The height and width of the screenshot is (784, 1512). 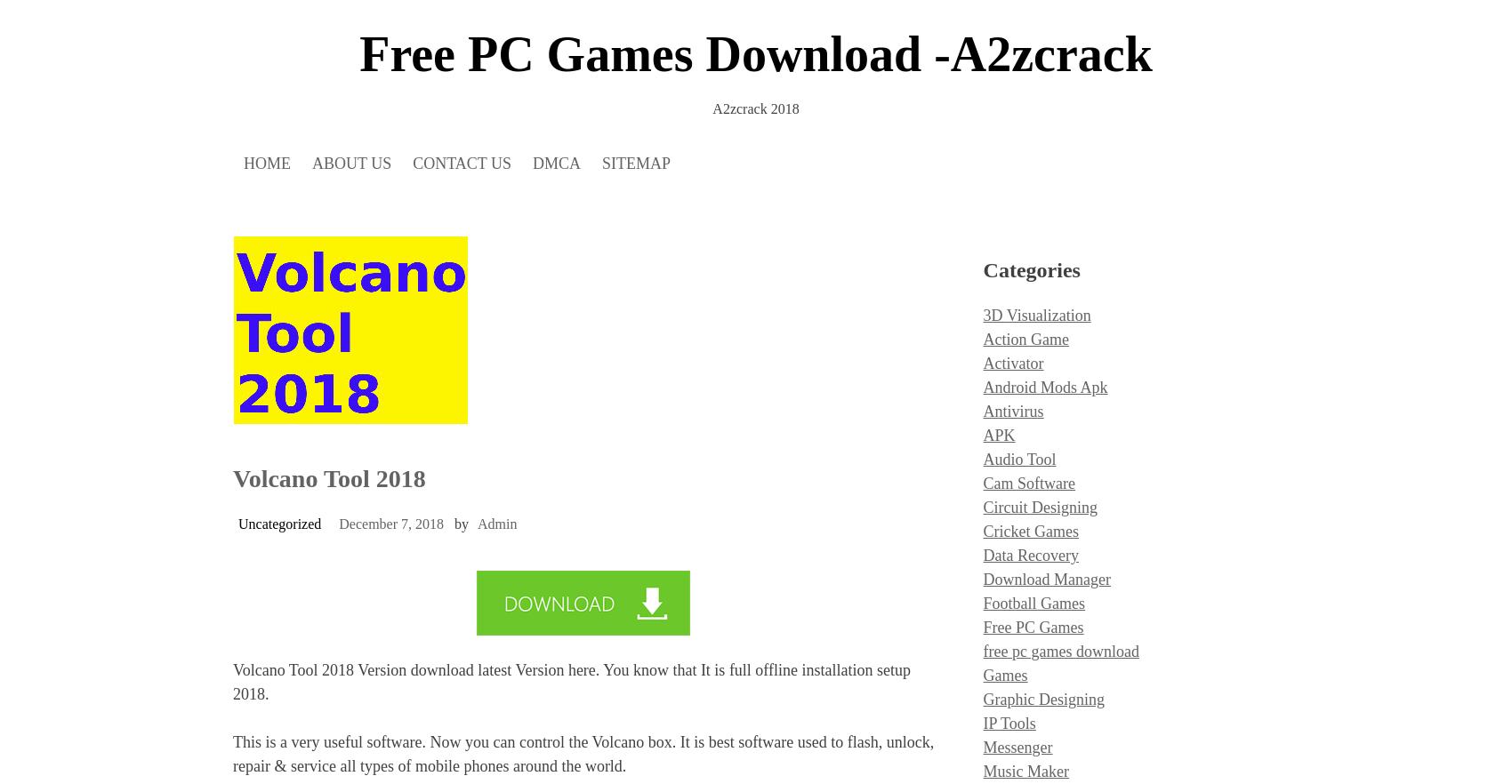 What do you see at coordinates (308, 428) in the screenshot?
I see `'You can also download:'` at bounding box center [308, 428].